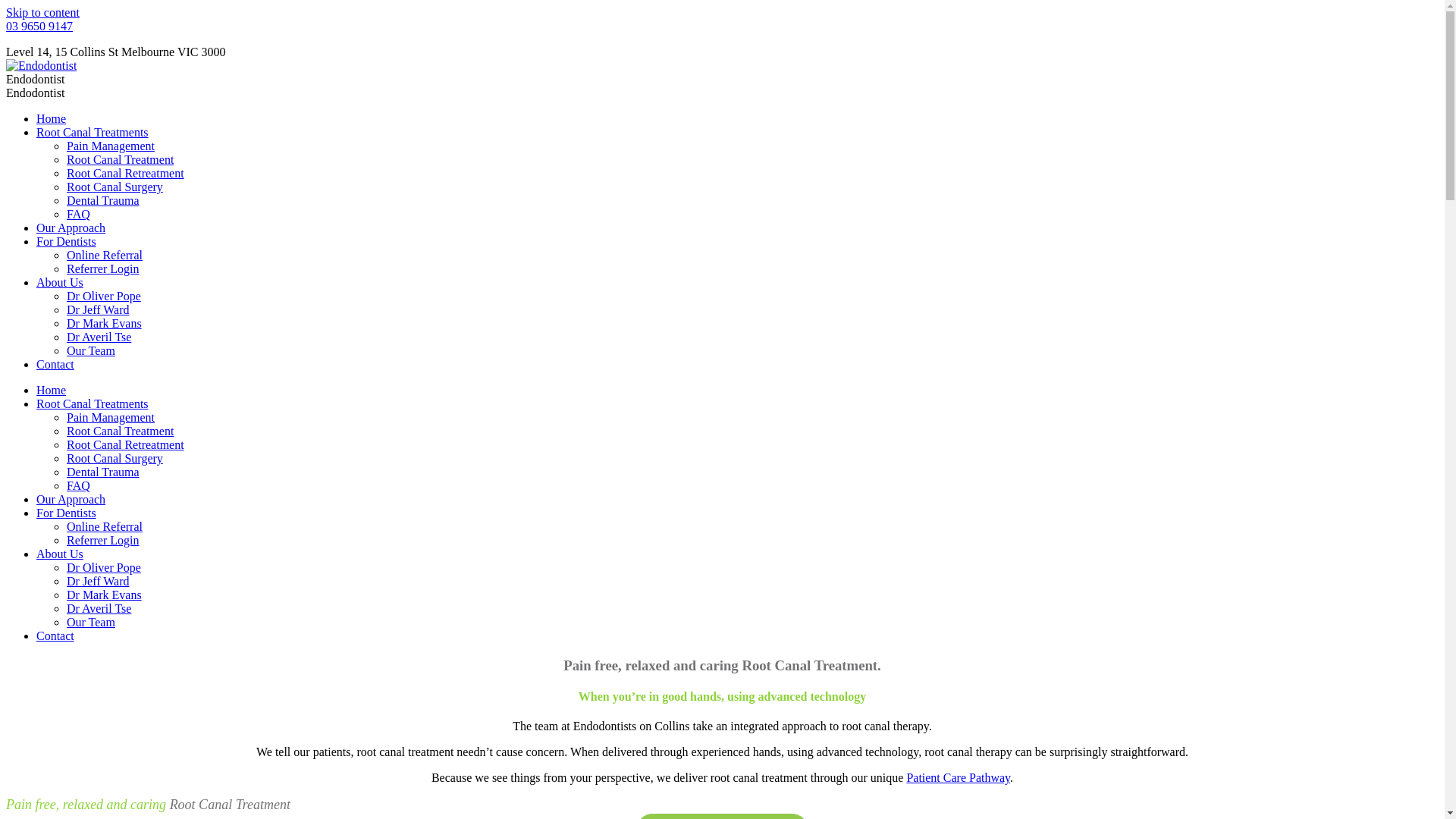  Describe the element at coordinates (114, 186) in the screenshot. I see `'Root Canal Surgery'` at that location.